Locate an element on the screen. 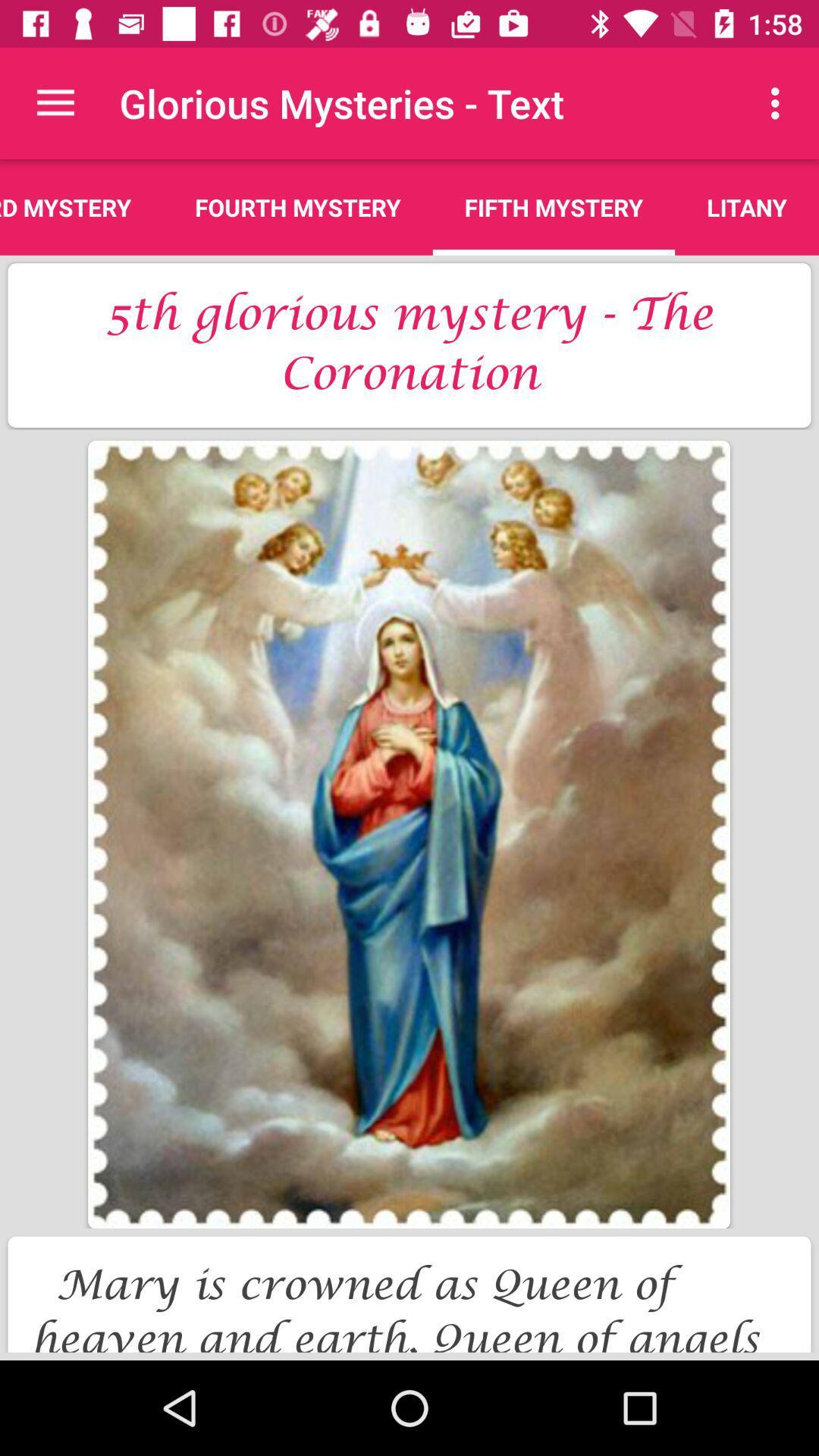  icon above 5th glorious mystery item is located at coordinates (81, 206).